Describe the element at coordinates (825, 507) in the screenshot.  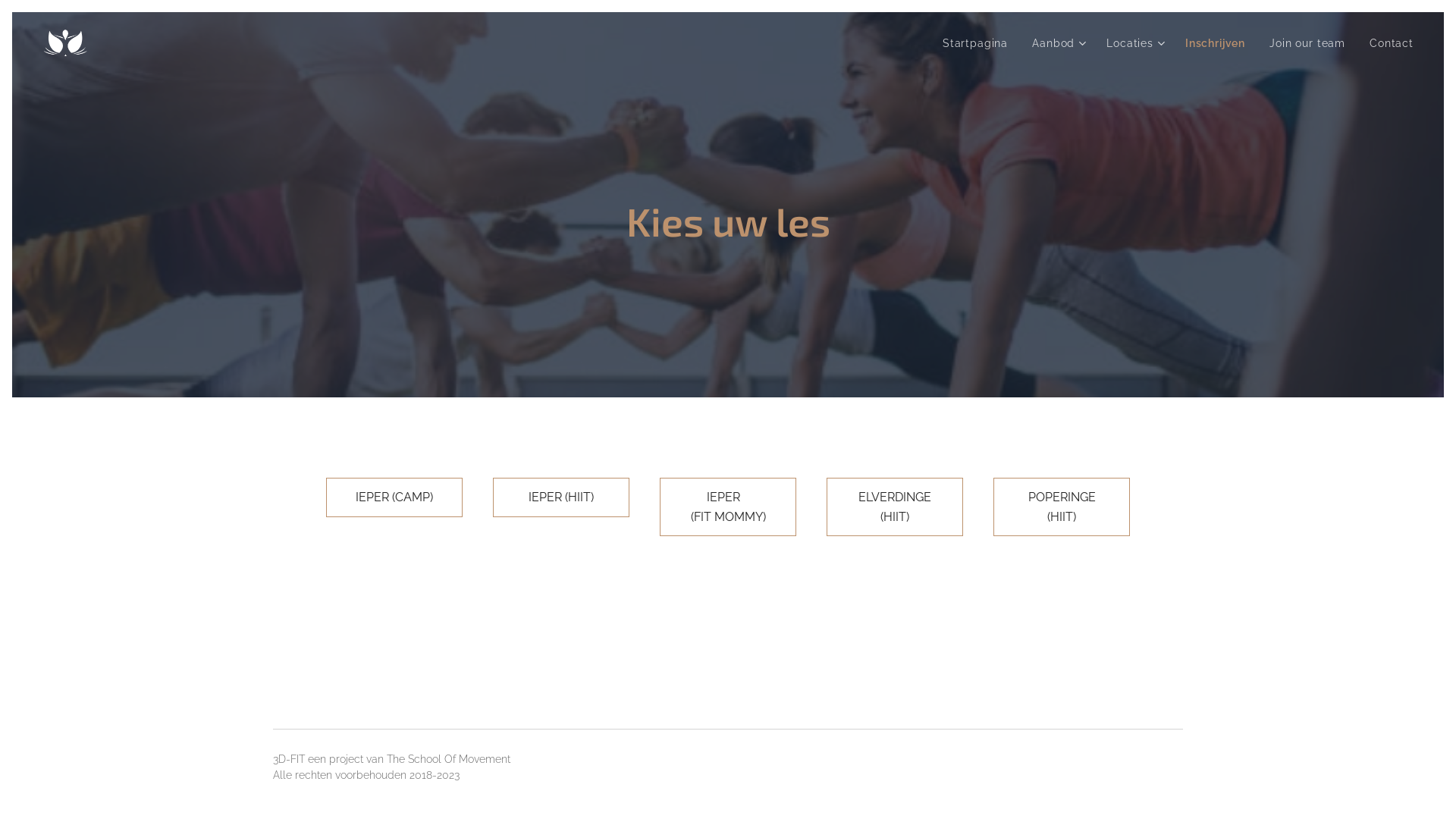
I see `'ELVERDINGE (HIIT)'` at that location.